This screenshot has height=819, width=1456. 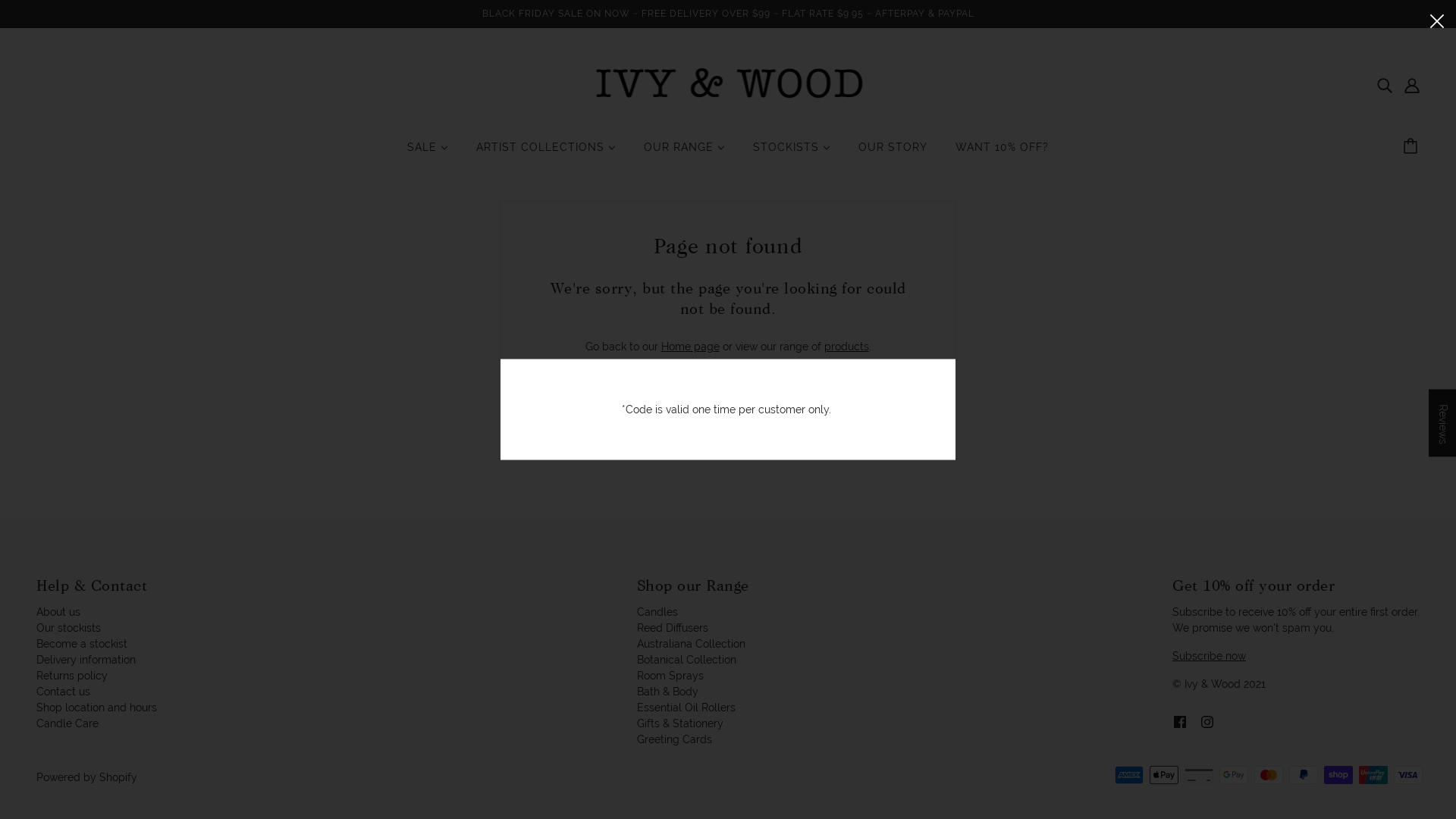 What do you see at coordinates (71, 674) in the screenshot?
I see `'Returns policy'` at bounding box center [71, 674].